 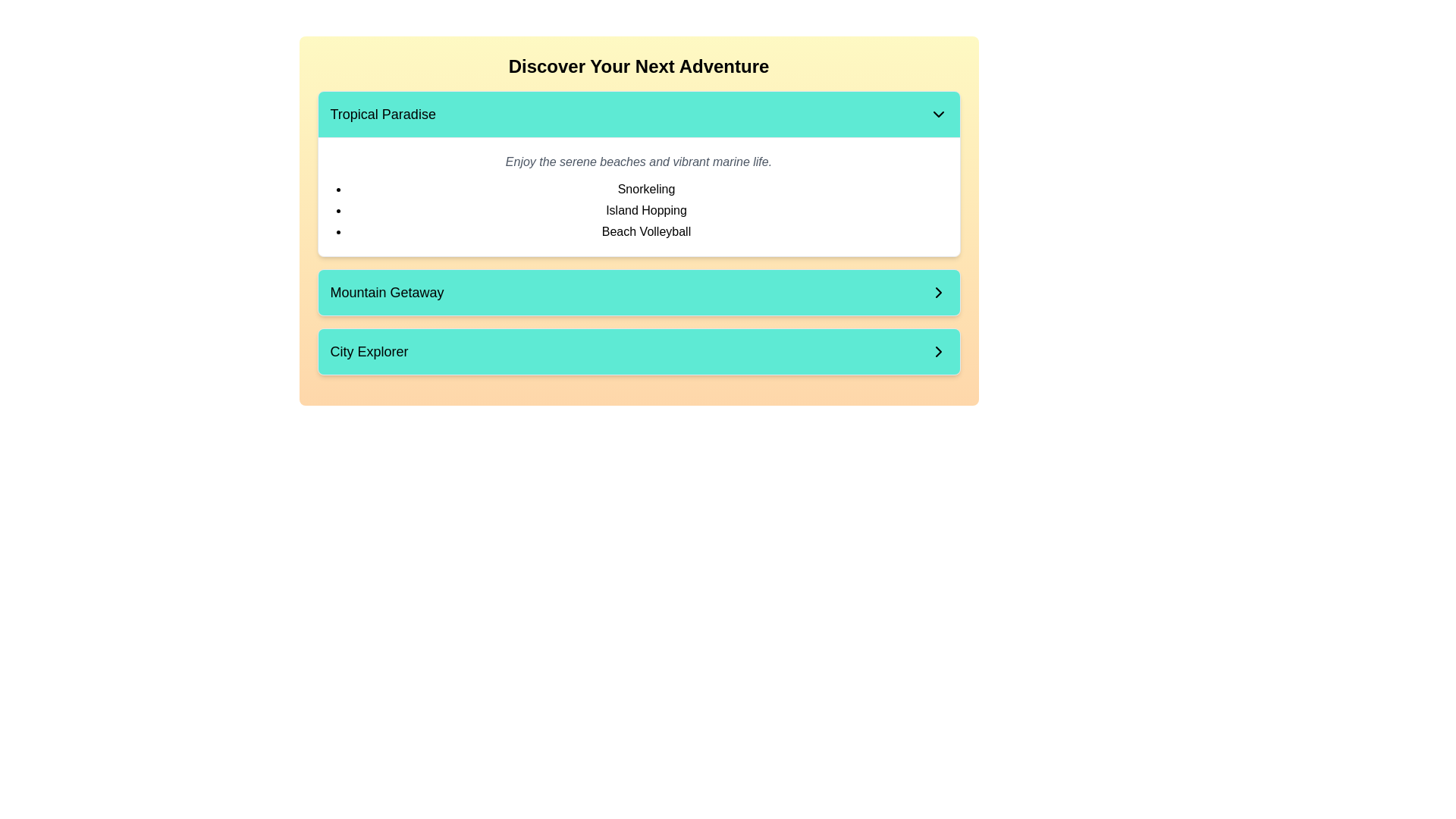 I want to click on text item that describes an activity option under the 'Tropical Paradise' section, which is the first in a vertically stacked list, so click(x=646, y=189).